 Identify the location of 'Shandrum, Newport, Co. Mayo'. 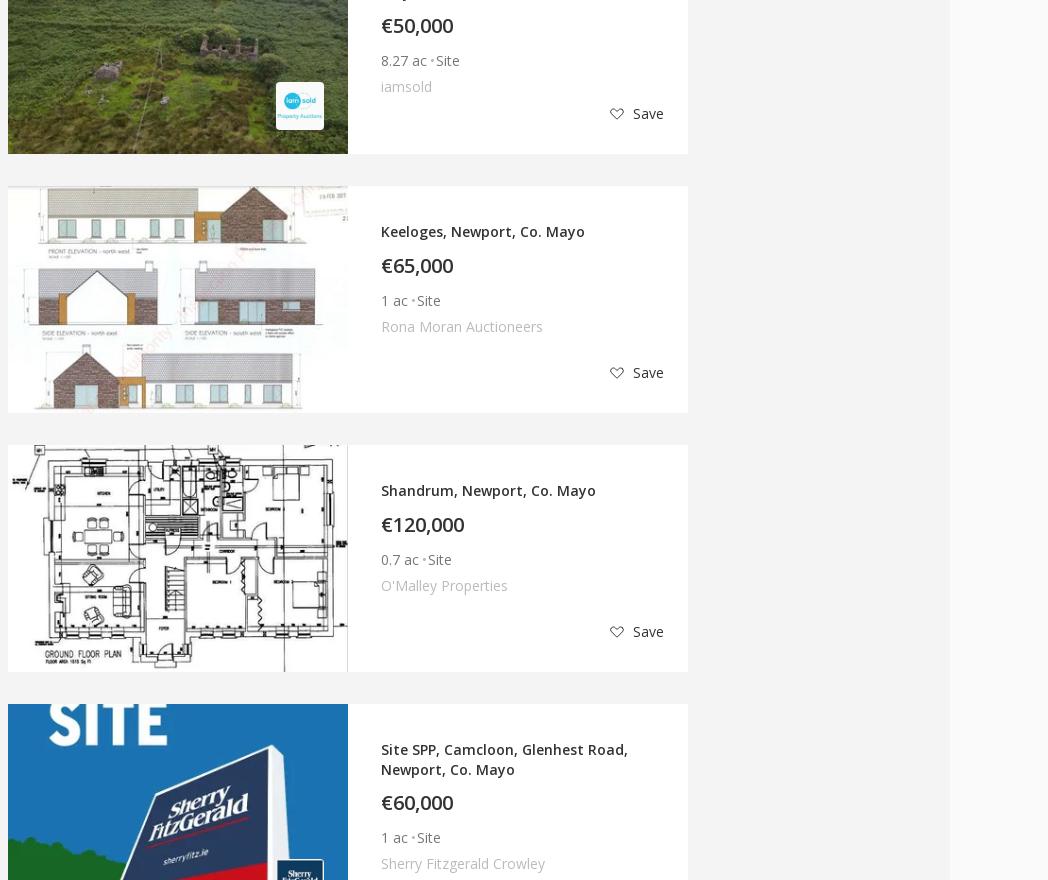
(488, 490).